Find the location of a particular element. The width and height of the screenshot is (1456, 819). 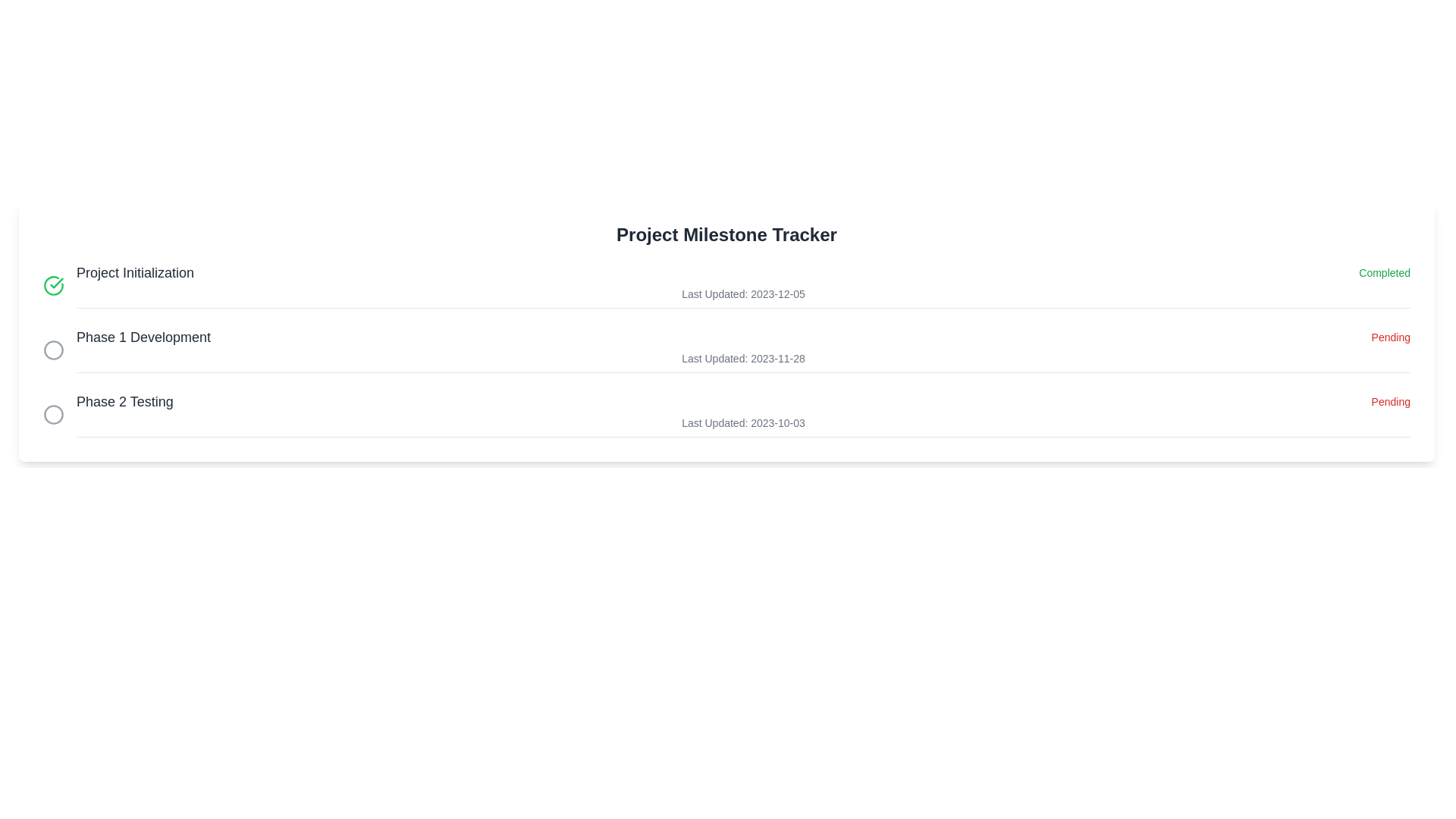

the milestone display element indicating the current status of 'Phase 1 Development' within the 'Project Milestone Tracker' is located at coordinates (743, 336).